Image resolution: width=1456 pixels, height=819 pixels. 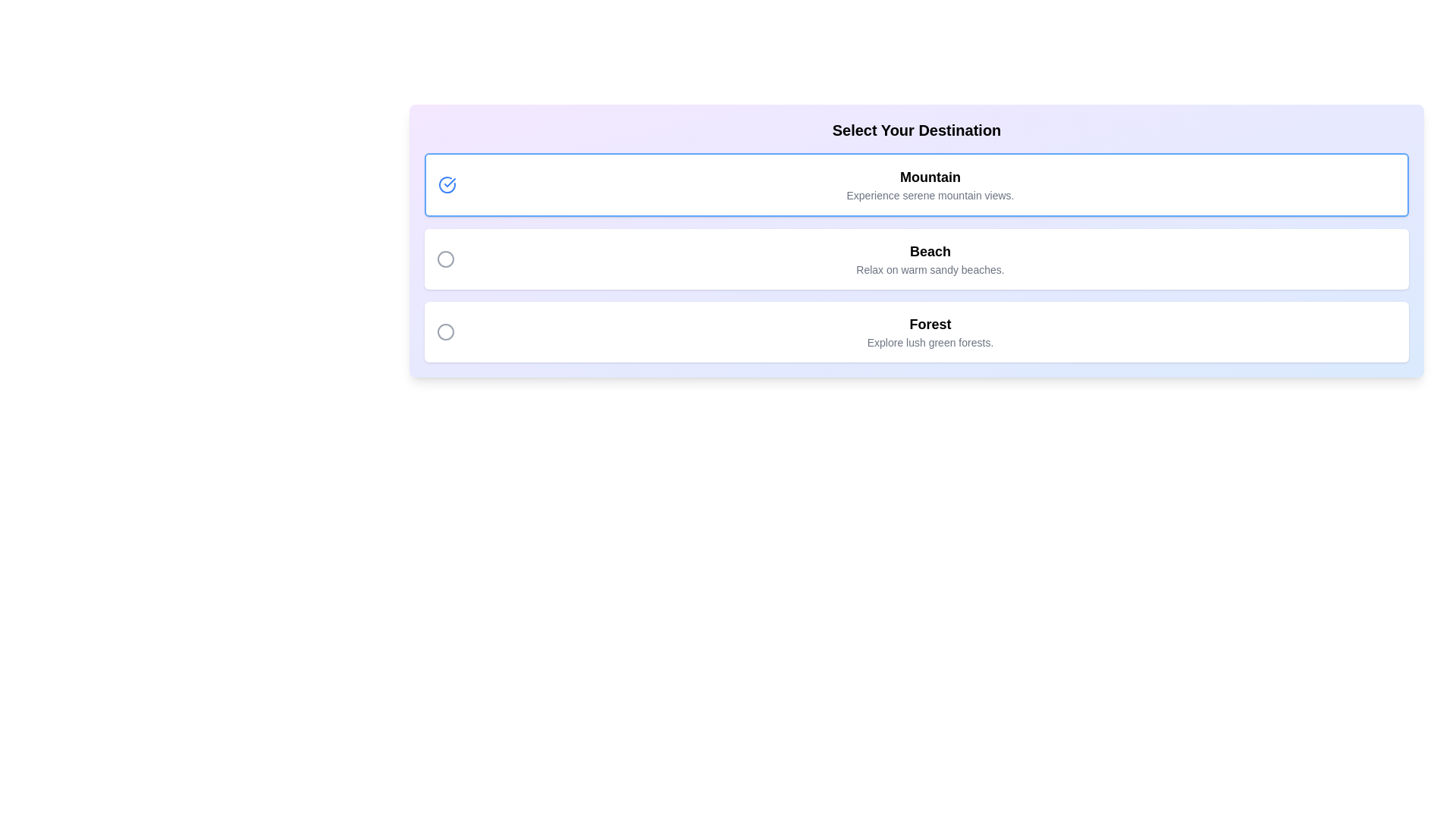 What do you see at coordinates (930, 250) in the screenshot?
I see `the text element that serves as the label for the selectable list item 'Beach'` at bounding box center [930, 250].